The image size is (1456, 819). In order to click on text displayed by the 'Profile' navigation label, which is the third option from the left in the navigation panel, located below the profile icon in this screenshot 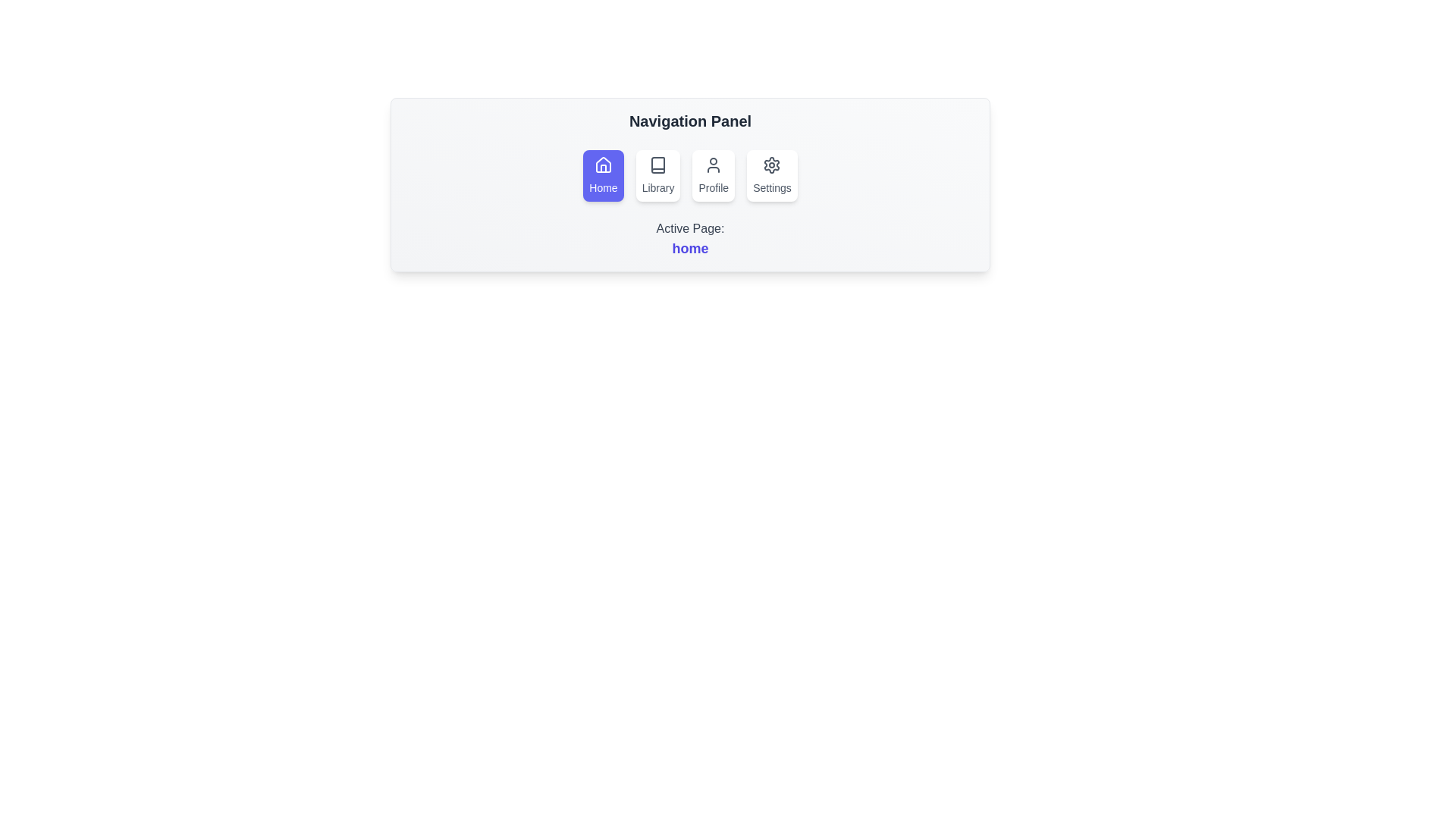, I will do `click(713, 187)`.